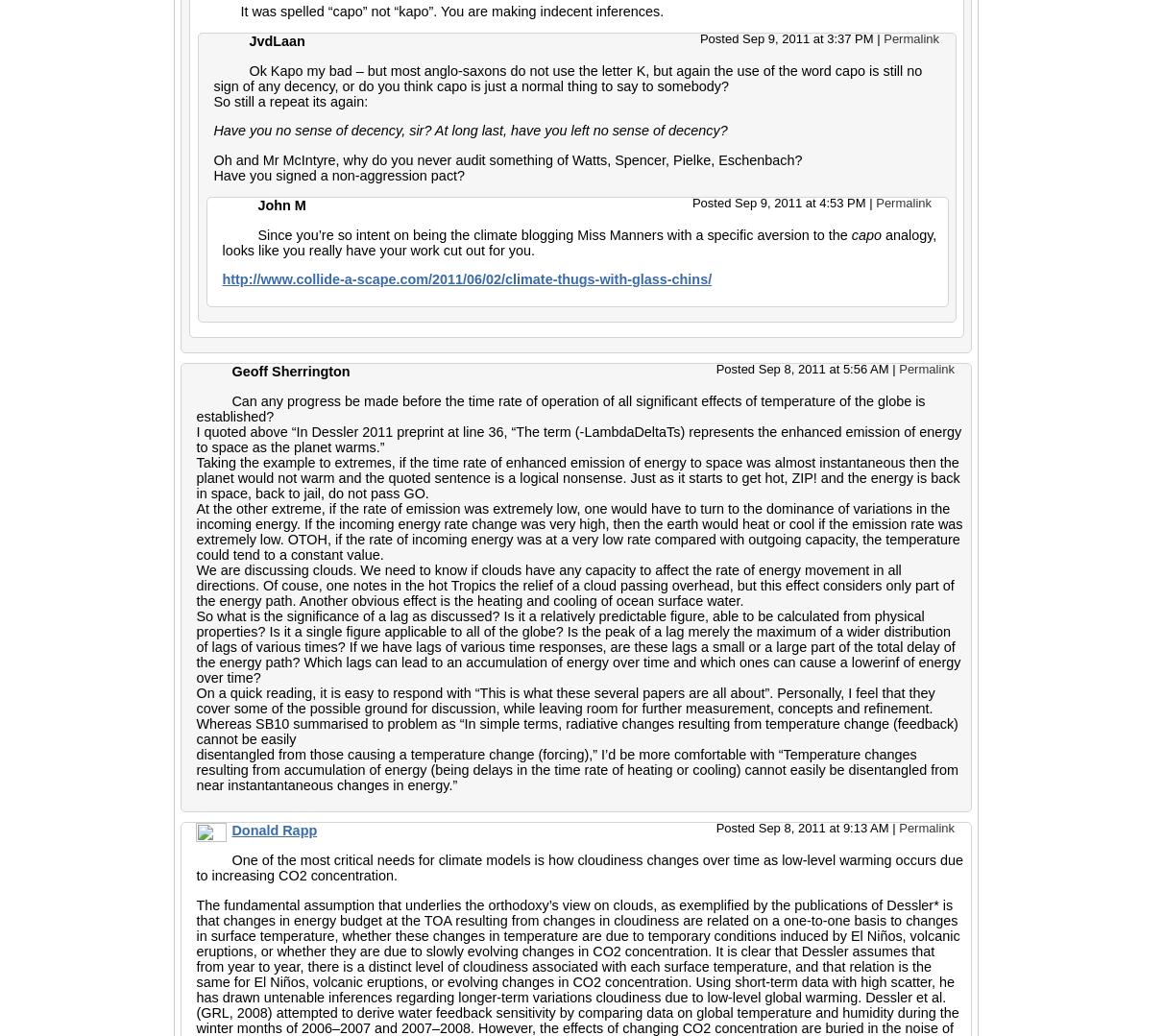 The height and width of the screenshot is (1036, 1164). What do you see at coordinates (578, 243) in the screenshot?
I see `'analogy, looks like you really have your work cut out for you.'` at bounding box center [578, 243].